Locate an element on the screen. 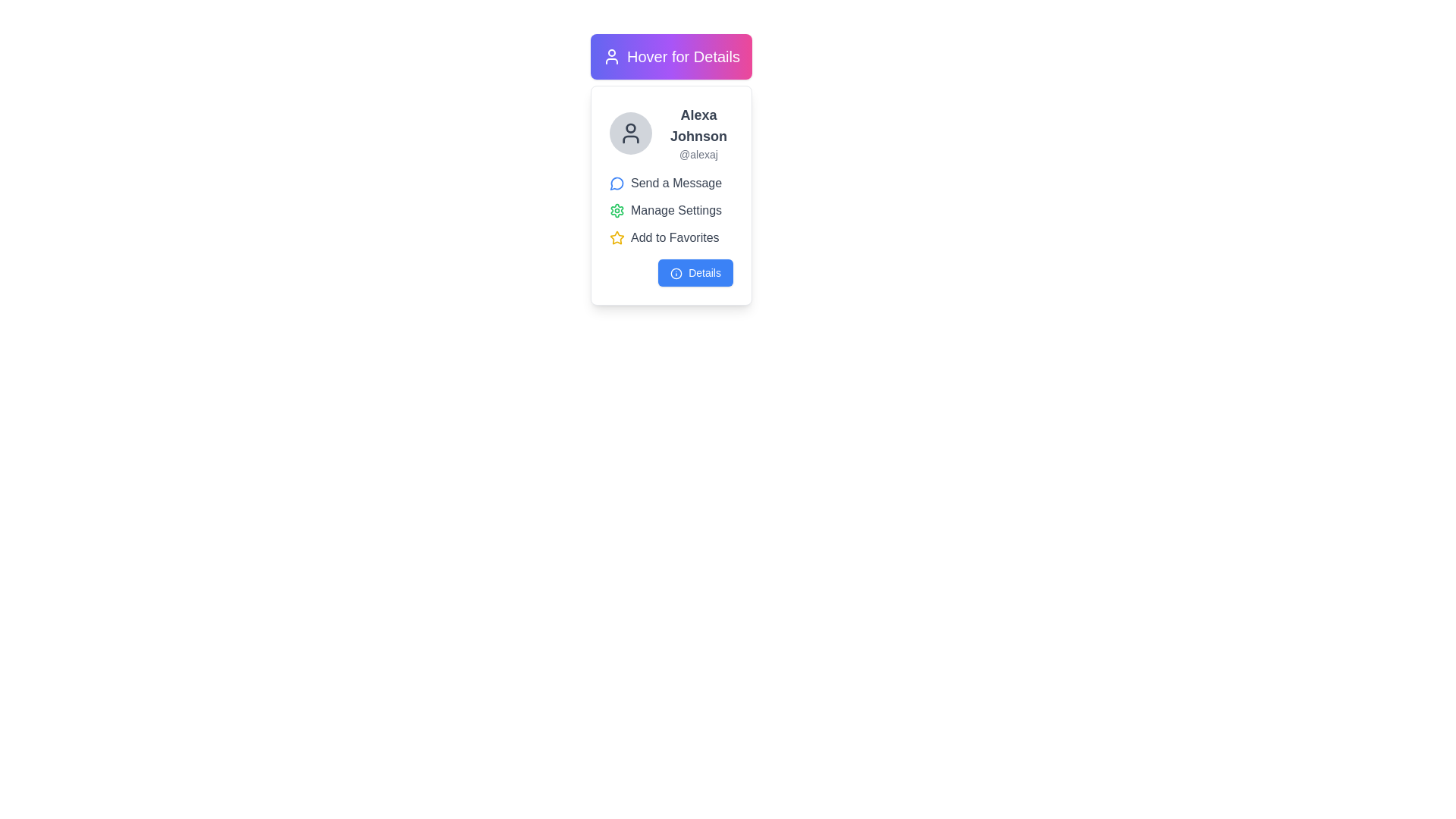 The image size is (1456, 819). the blue circular speech bubble icon with a white stroke, which is the leftmost icon in the 'Send a Message' option within the user card layout is located at coordinates (617, 183).